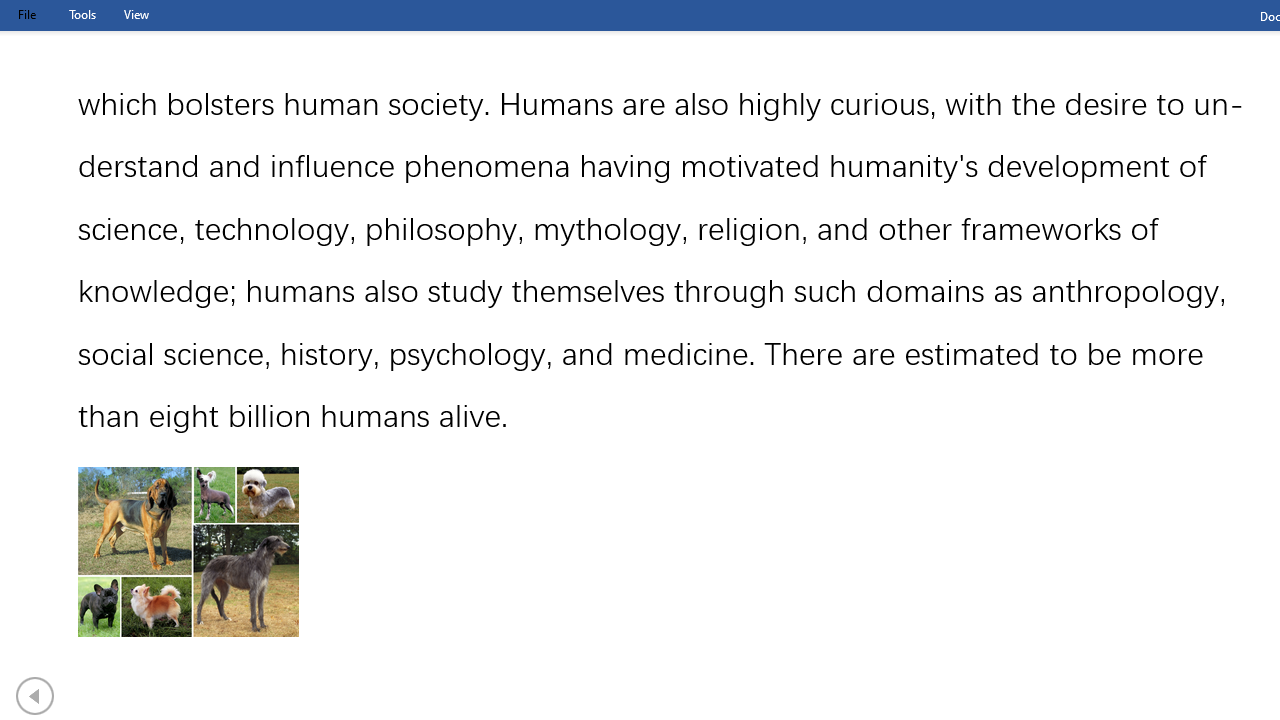 The width and height of the screenshot is (1280, 720). I want to click on 'Tools', so click(81, 14).